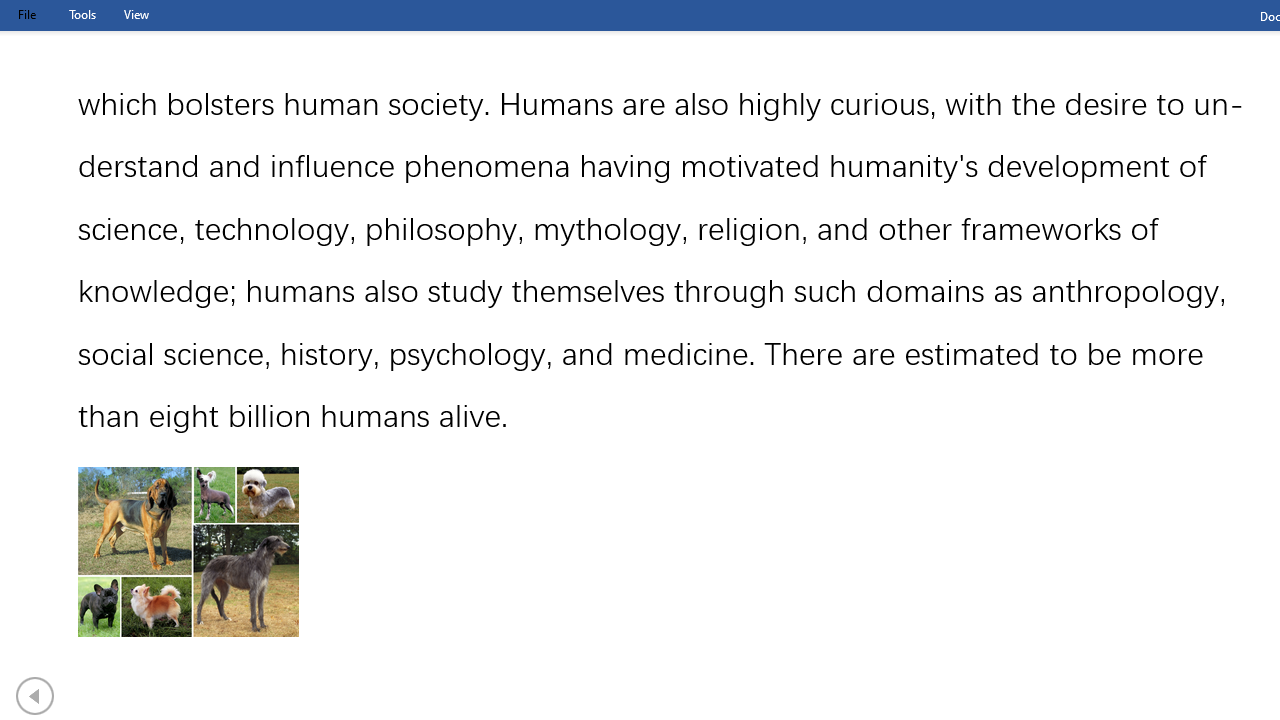 The width and height of the screenshot is (1280, 720). I want to click on 'Tools', so click(81, 14).